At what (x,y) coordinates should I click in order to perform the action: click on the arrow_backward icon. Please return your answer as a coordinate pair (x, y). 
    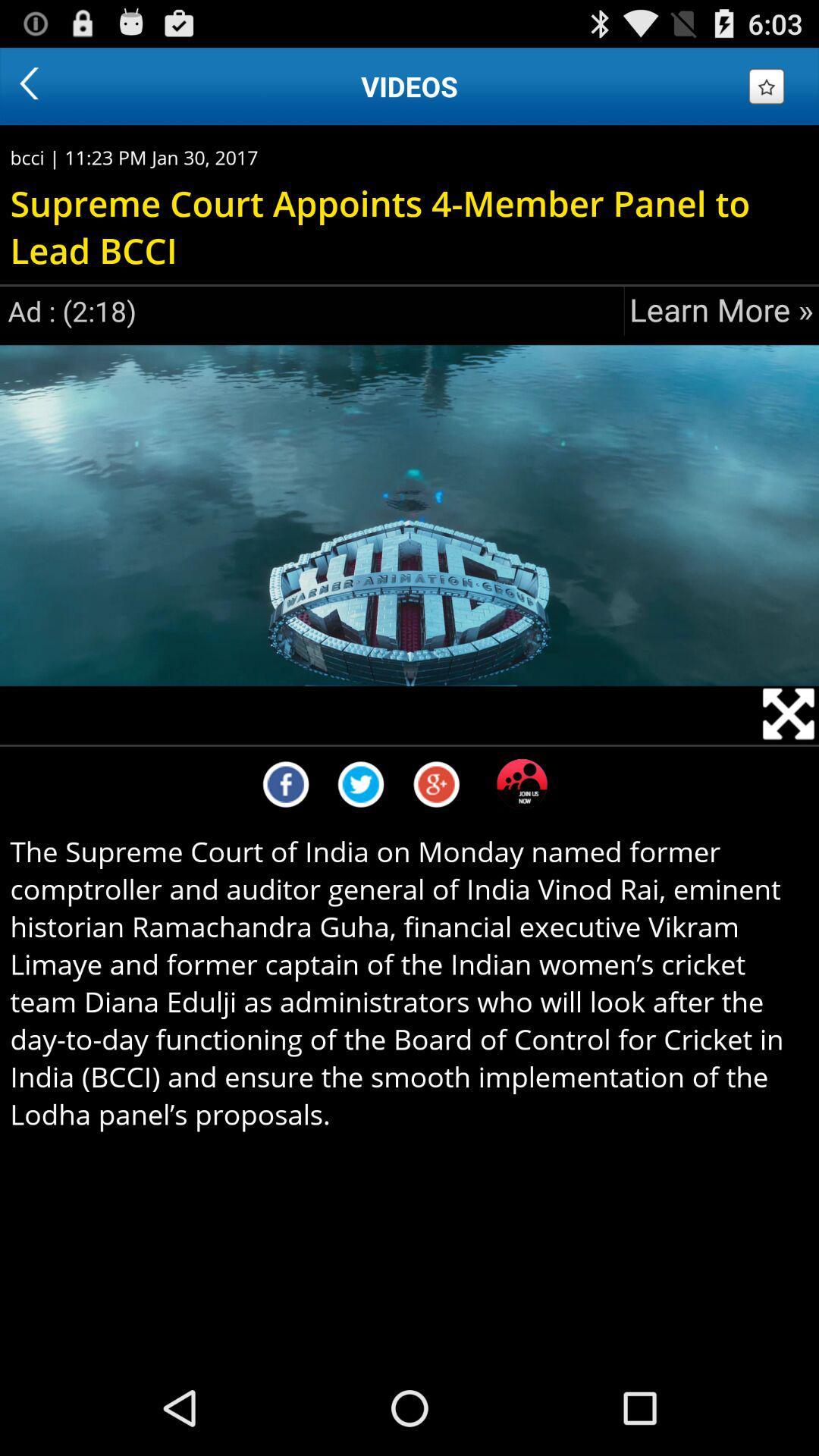
    Looking at the image, I should click on (34, 89).